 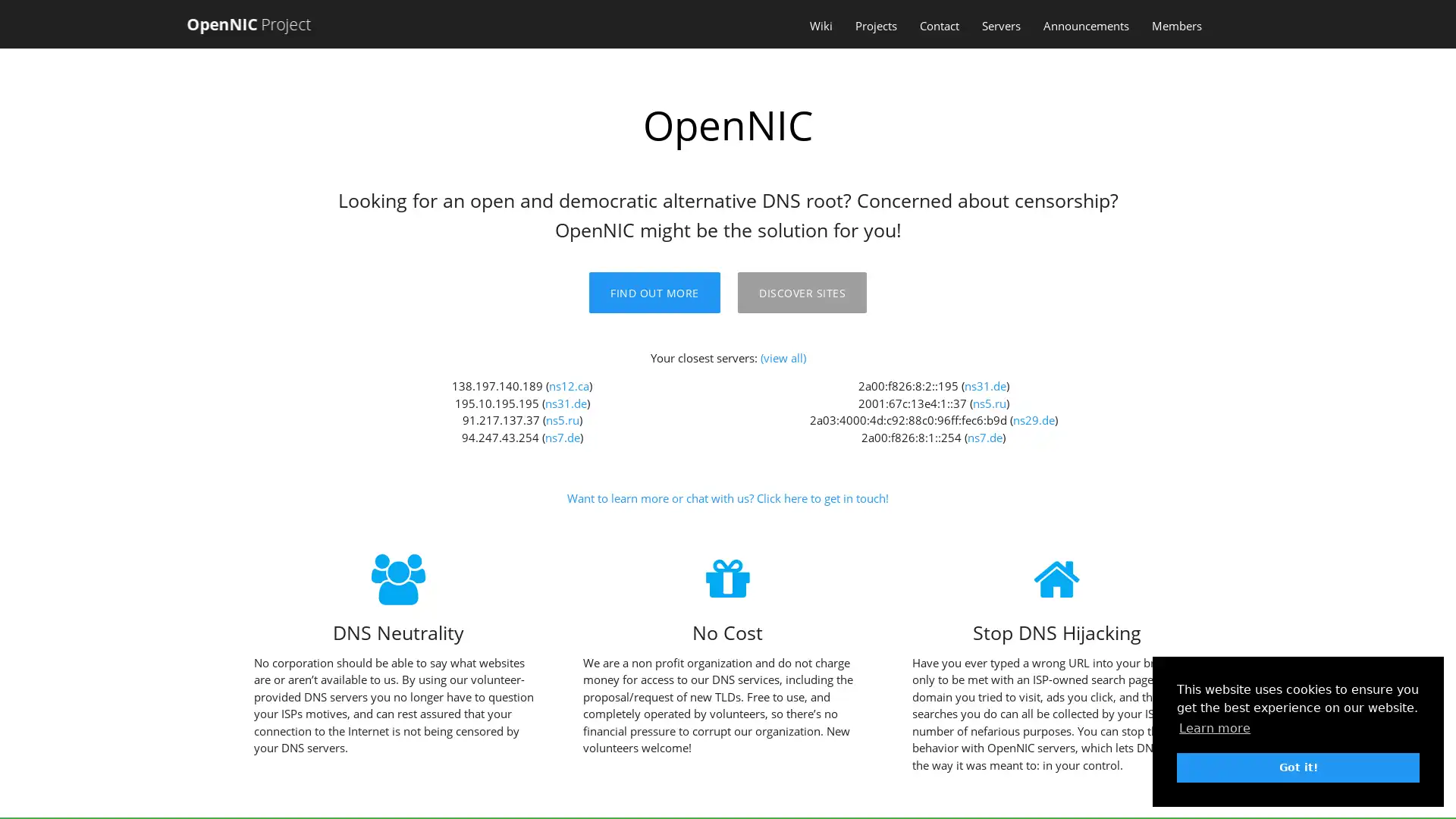 What do you see at coordinates (1215, 727) in the screenshot?
I see `learn more about cookies` at bounding box center [1215, 727].